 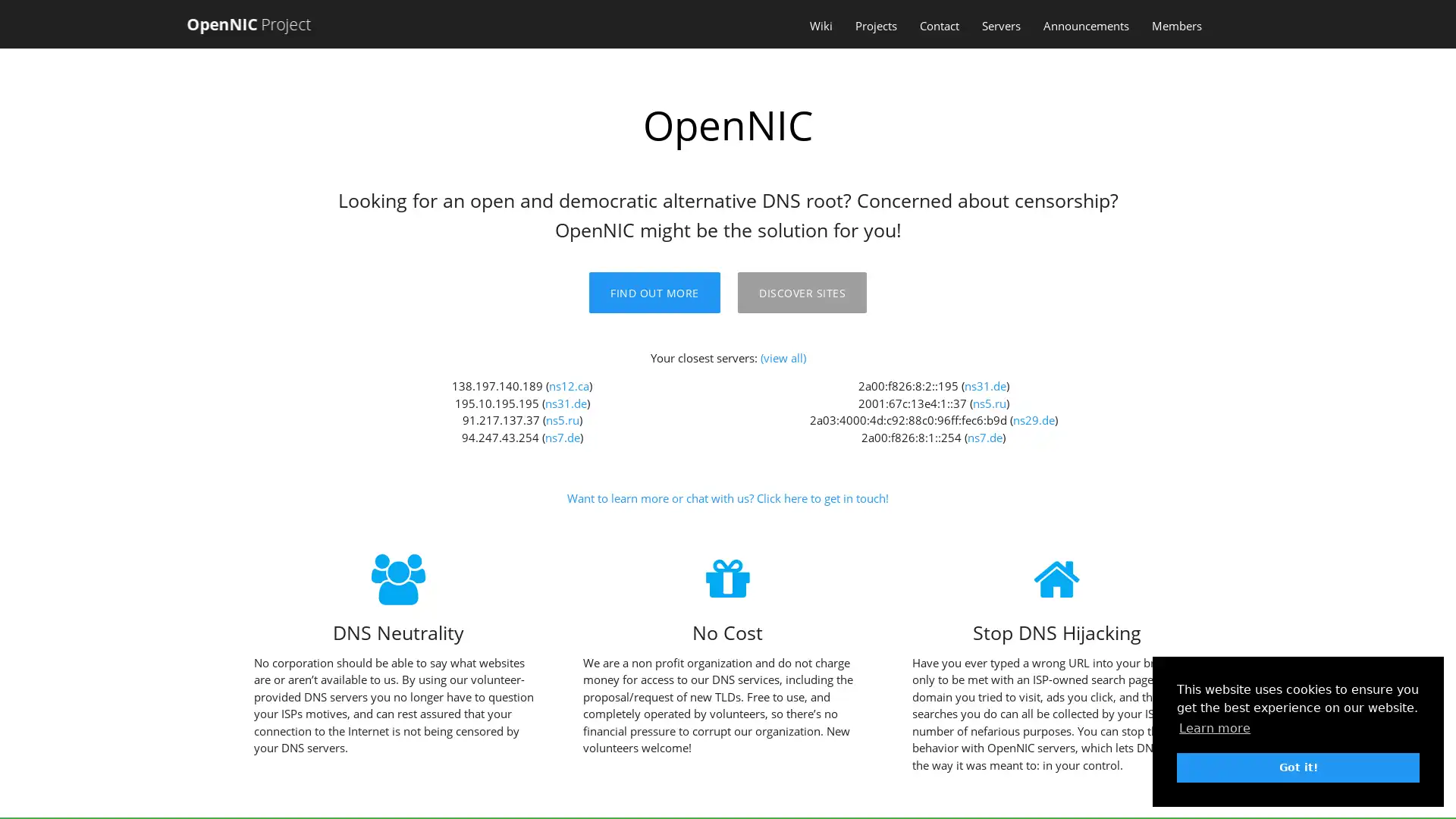 What do you see at coordinates (1215, 727) in the screenshot?
I see `learn more about cookies` at bounding box center [1215, 727].